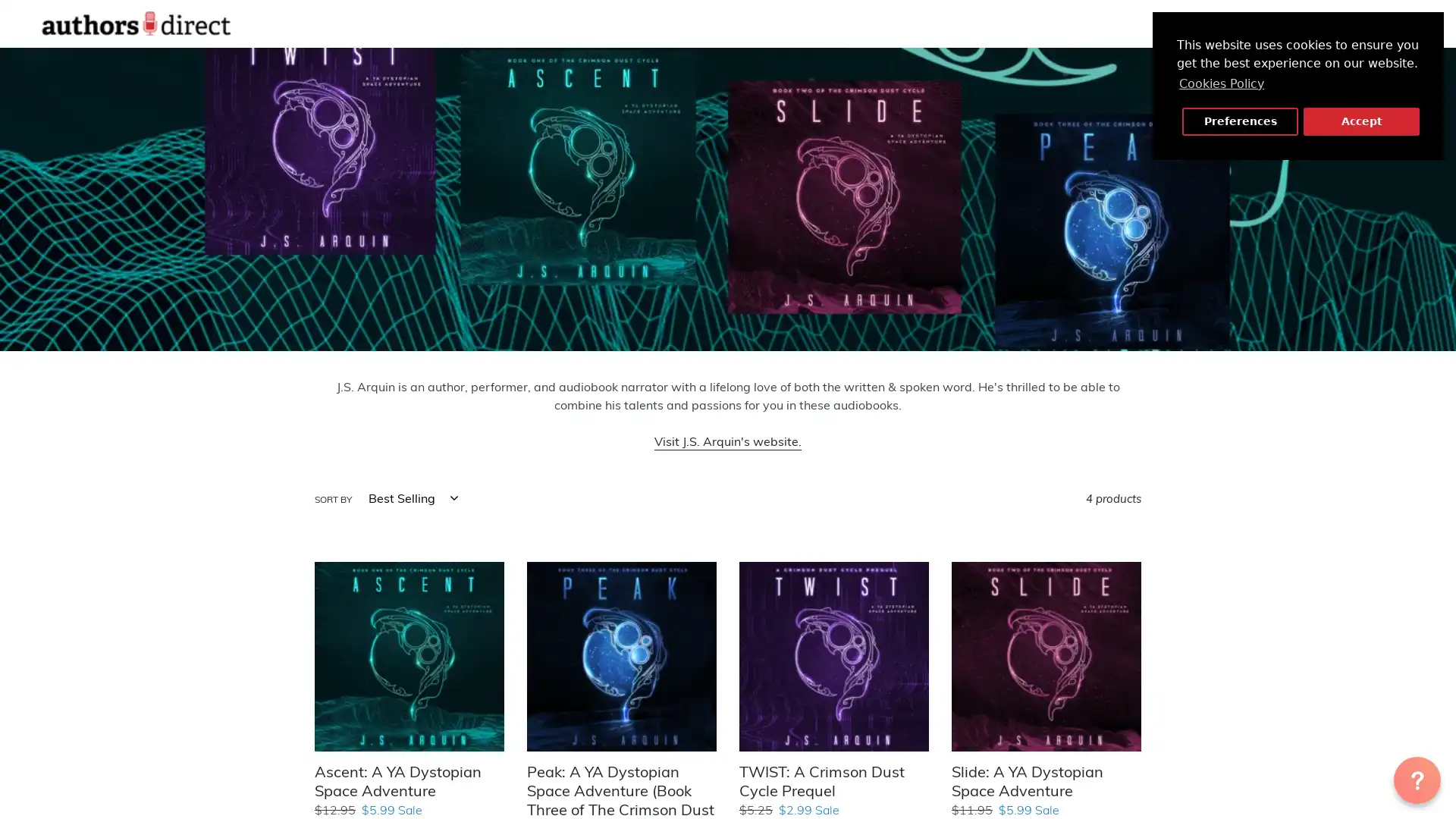  What do you see at coordinates (1240, 121) in the screenshot?
I see `Preferences` at bounding box center [1240, 121].